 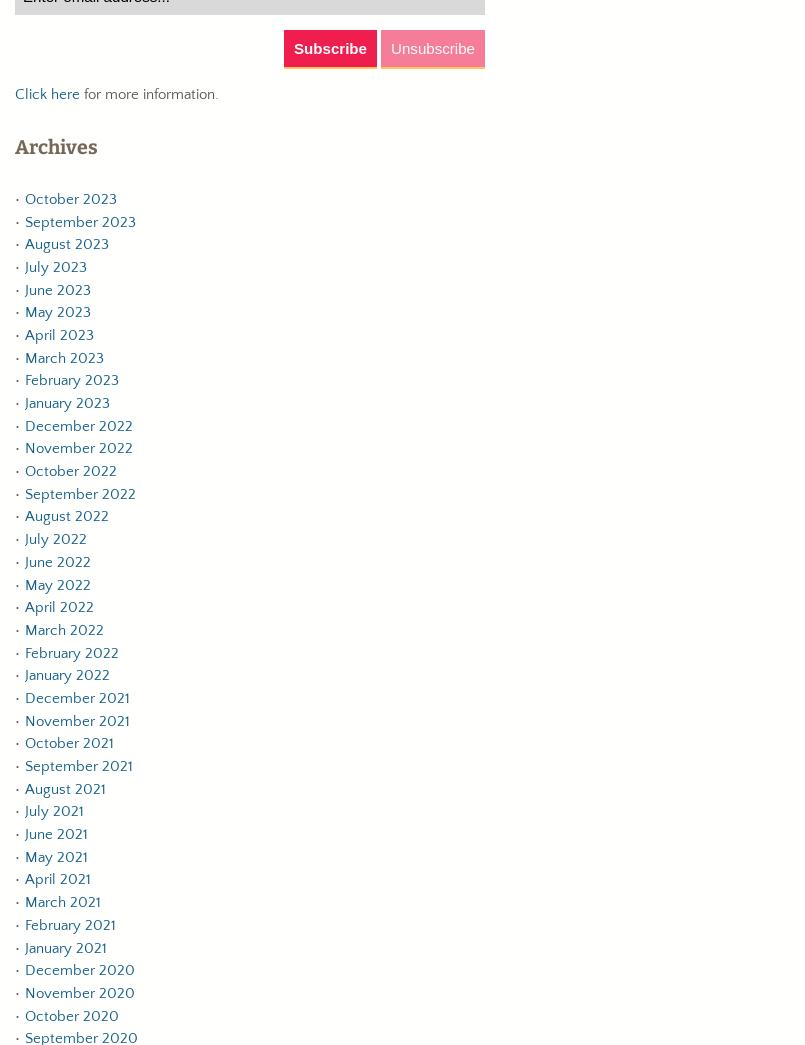 I want to click on 'July 2021', so click(x=54, y=811).